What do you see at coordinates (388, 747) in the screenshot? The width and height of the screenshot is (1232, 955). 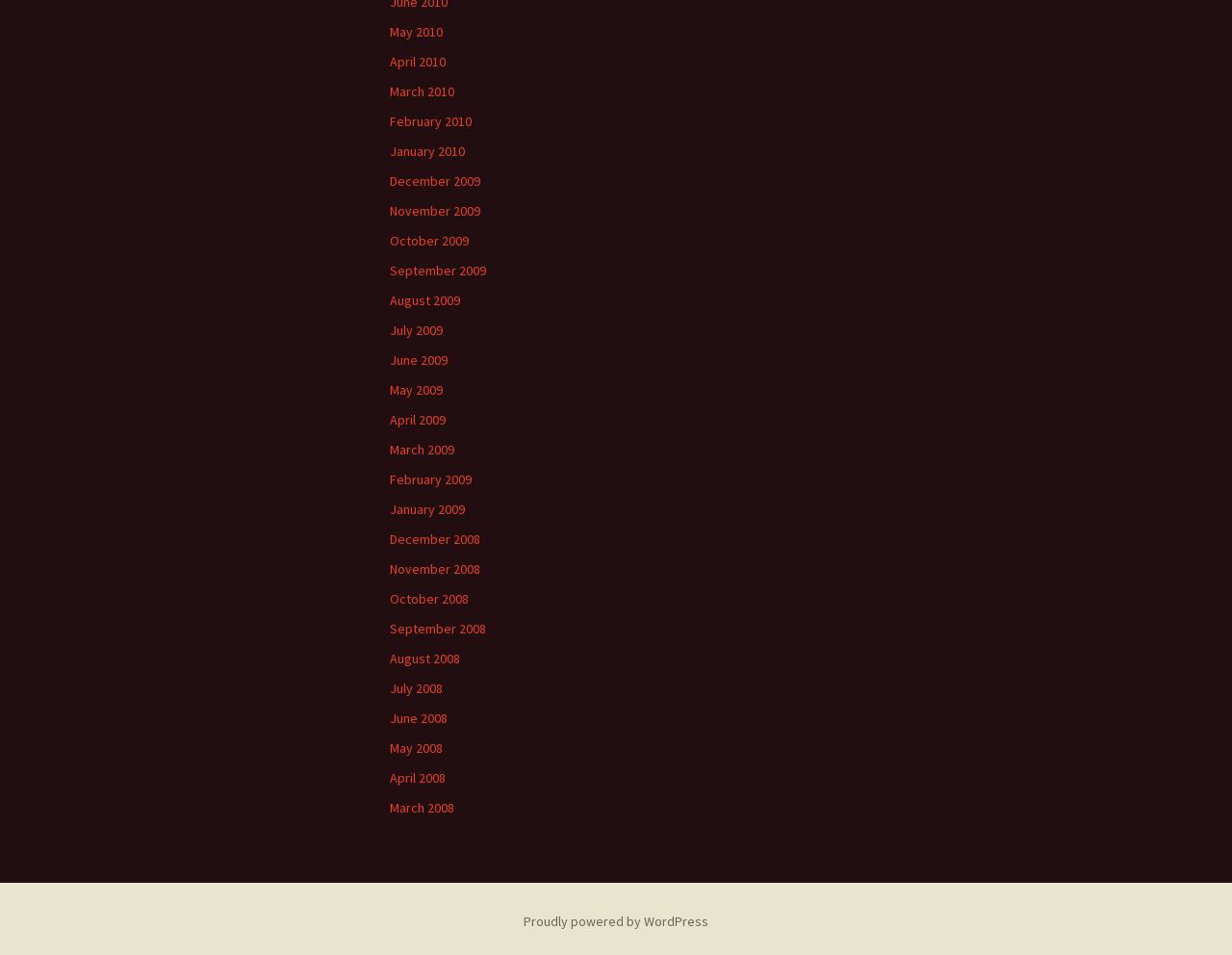 I see `'May 2008'` at bounding box center [388, 747].